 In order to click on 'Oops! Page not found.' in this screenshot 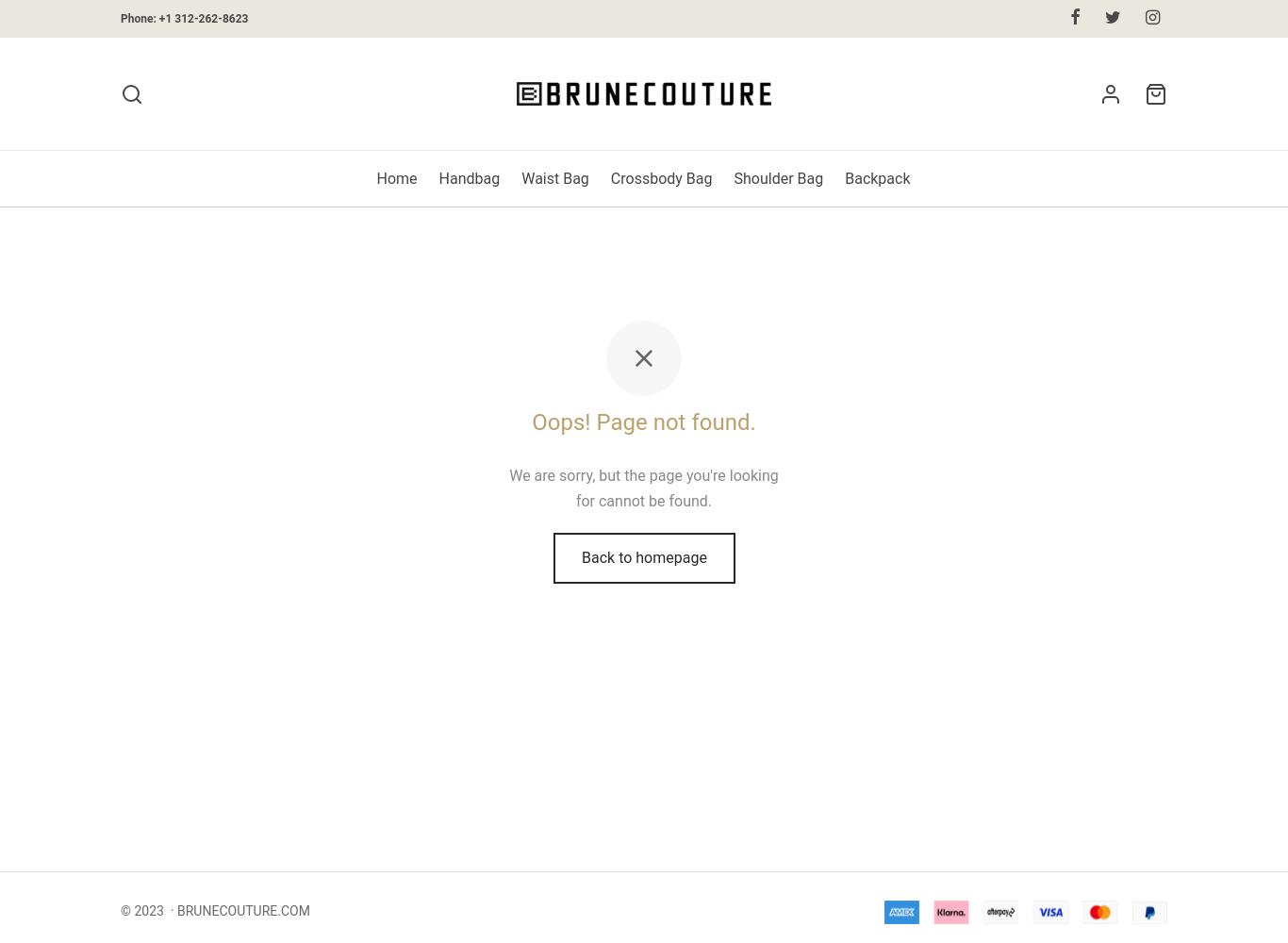, I will do `click(642, 422)`.